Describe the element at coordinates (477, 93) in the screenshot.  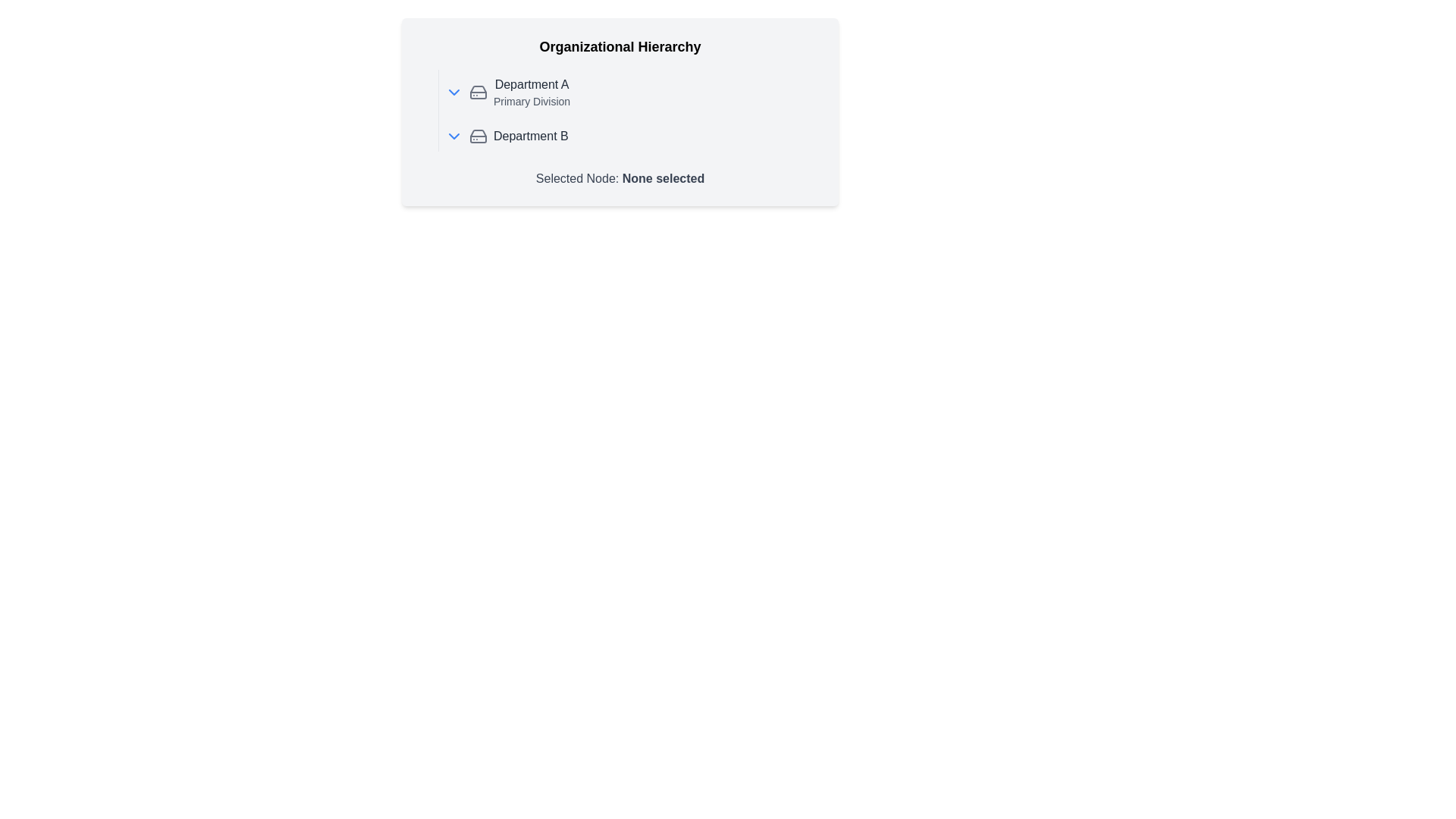
I see `the storage-related icon located immediately to the right of the down-chevron icon and next to the text group for 'Department A' and 'Primary Division'` at that location.